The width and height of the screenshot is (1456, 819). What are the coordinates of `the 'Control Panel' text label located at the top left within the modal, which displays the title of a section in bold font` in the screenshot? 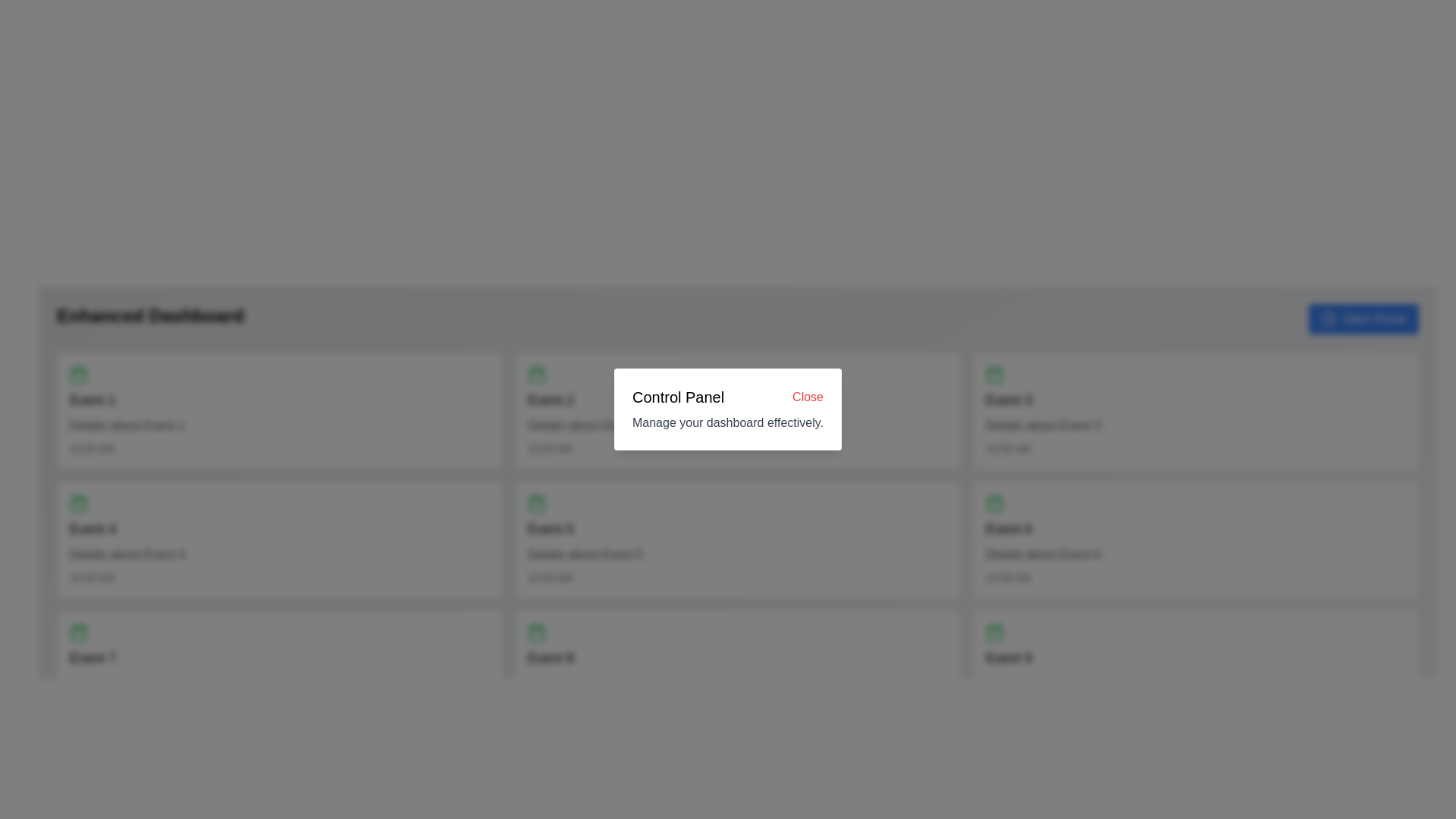 It's located at (677, 397).